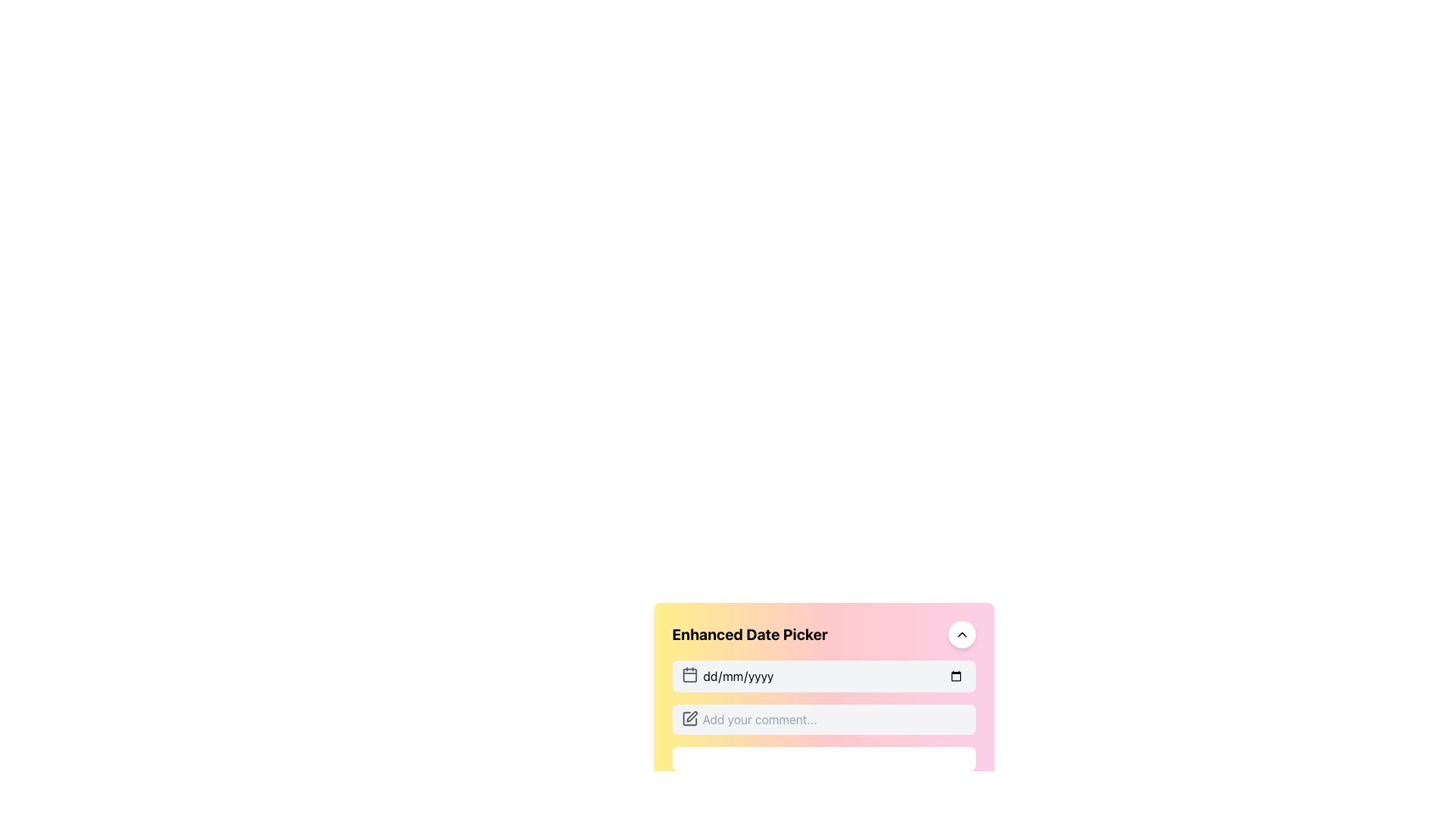 Image resolution: width=1456 pixels, height=819 pixels. Describe the element at coordinates (689, 718) in the screenshot. I see `the leftmost icon inside the 'Add your comment...' text input field to begin inputting text` at that location.